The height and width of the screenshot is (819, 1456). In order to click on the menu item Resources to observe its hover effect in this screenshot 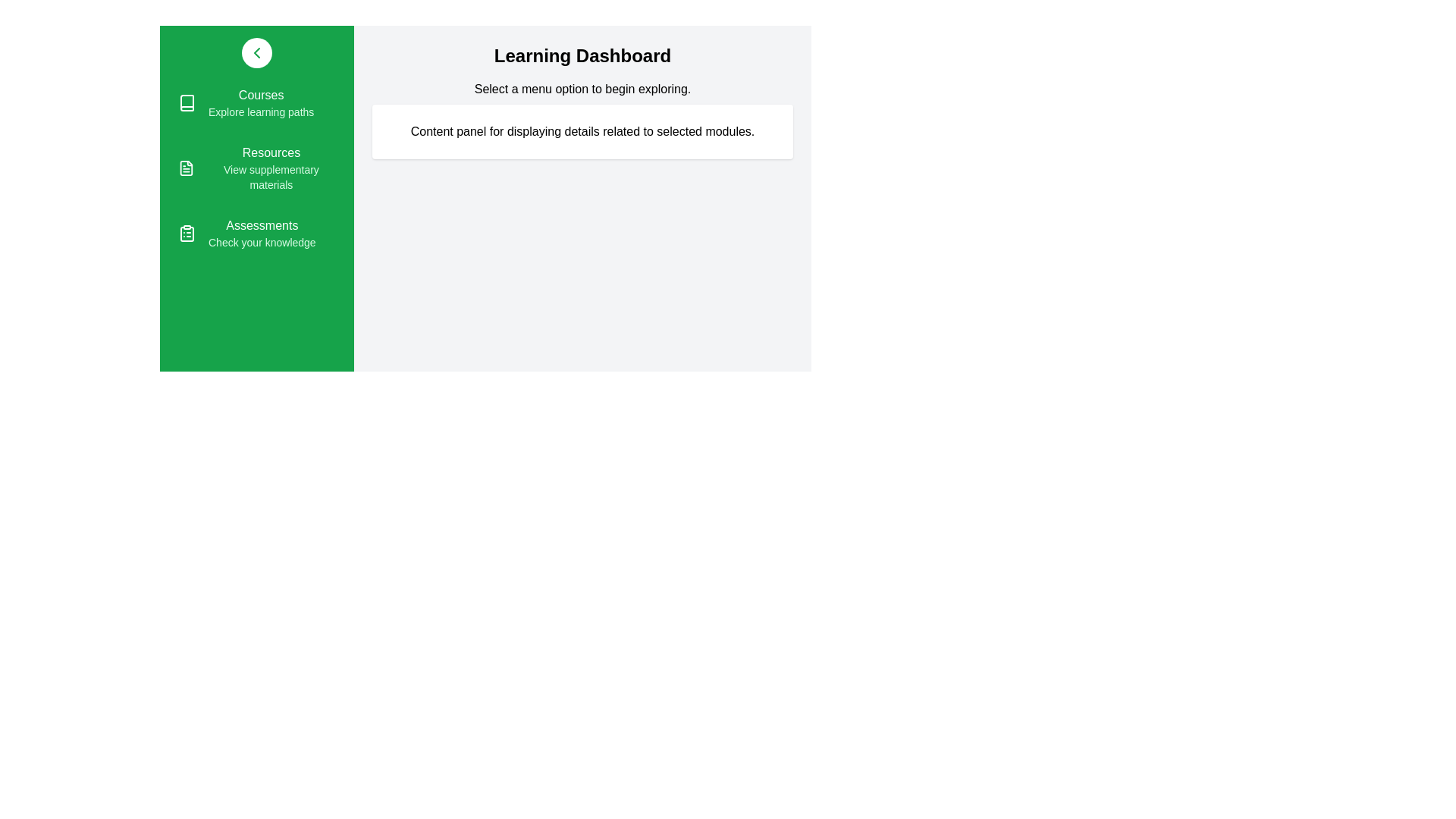, I will do `click(257, 168)`.